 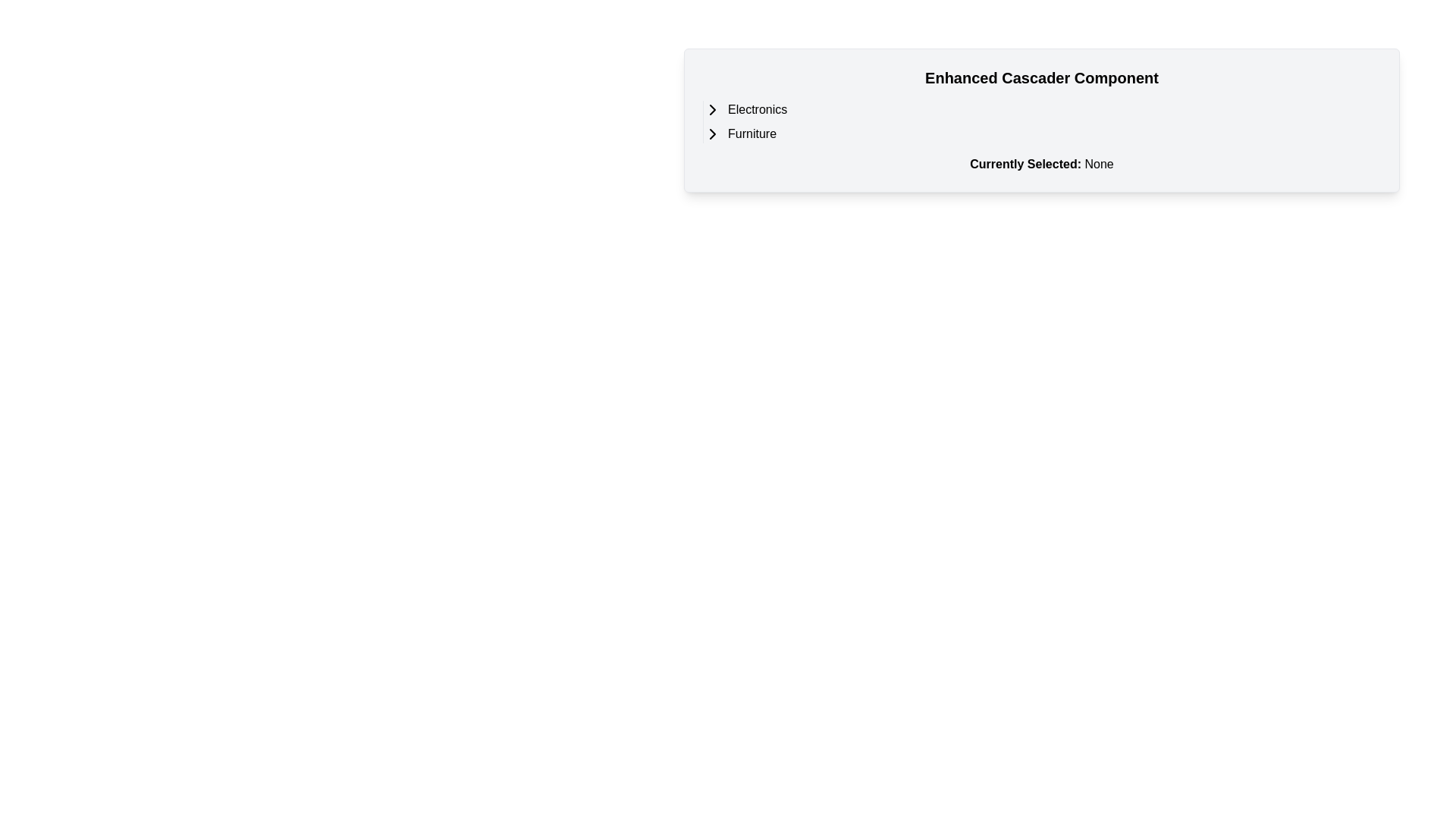 I want to click on the chevron icon next to the 'Electronics' text label, so click(x=712, y=109).